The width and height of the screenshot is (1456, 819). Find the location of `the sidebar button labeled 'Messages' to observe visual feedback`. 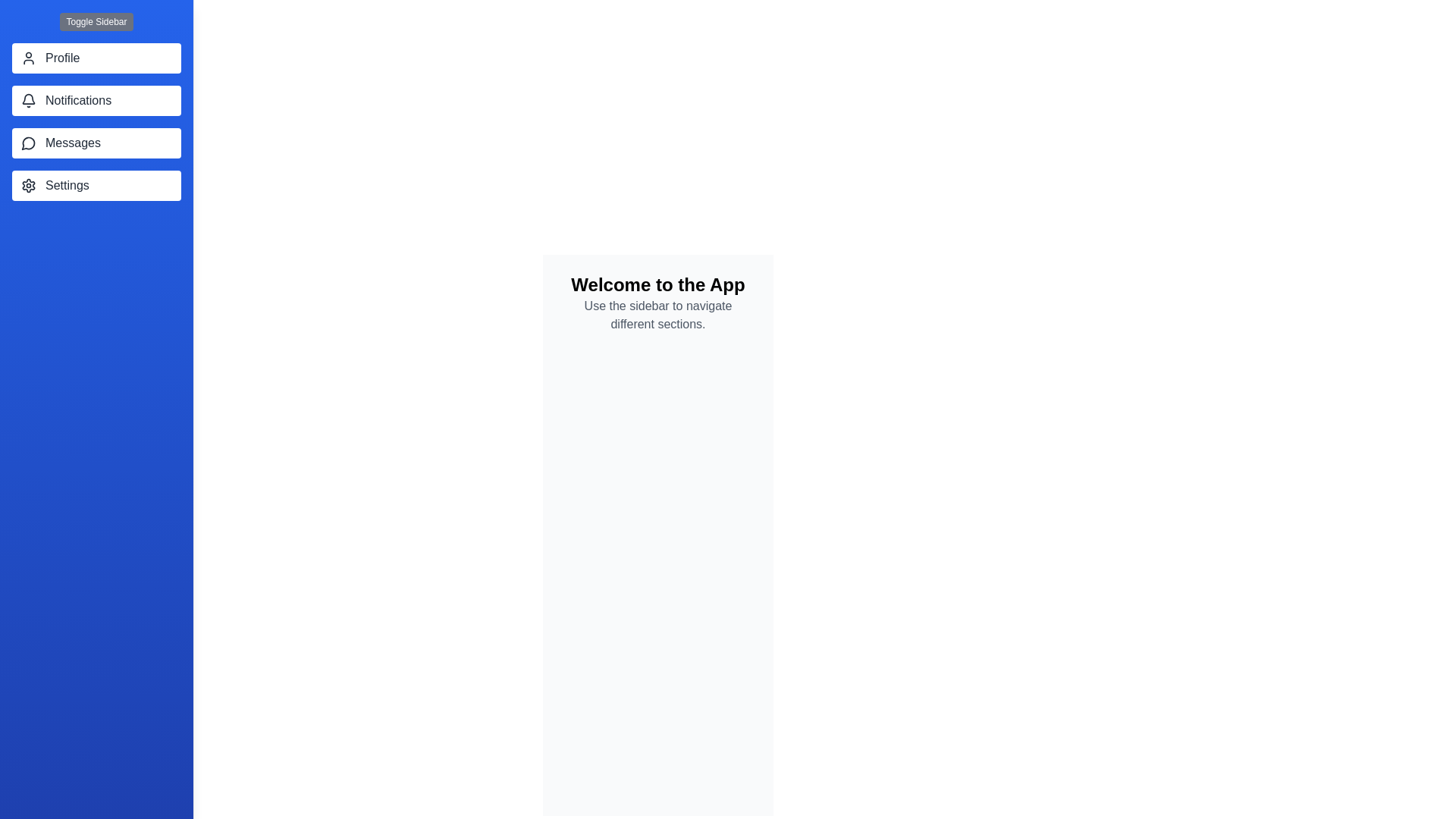

the sidebar button labeled 'Messages' to observe visual feedback is located at coordinates (96, 143).